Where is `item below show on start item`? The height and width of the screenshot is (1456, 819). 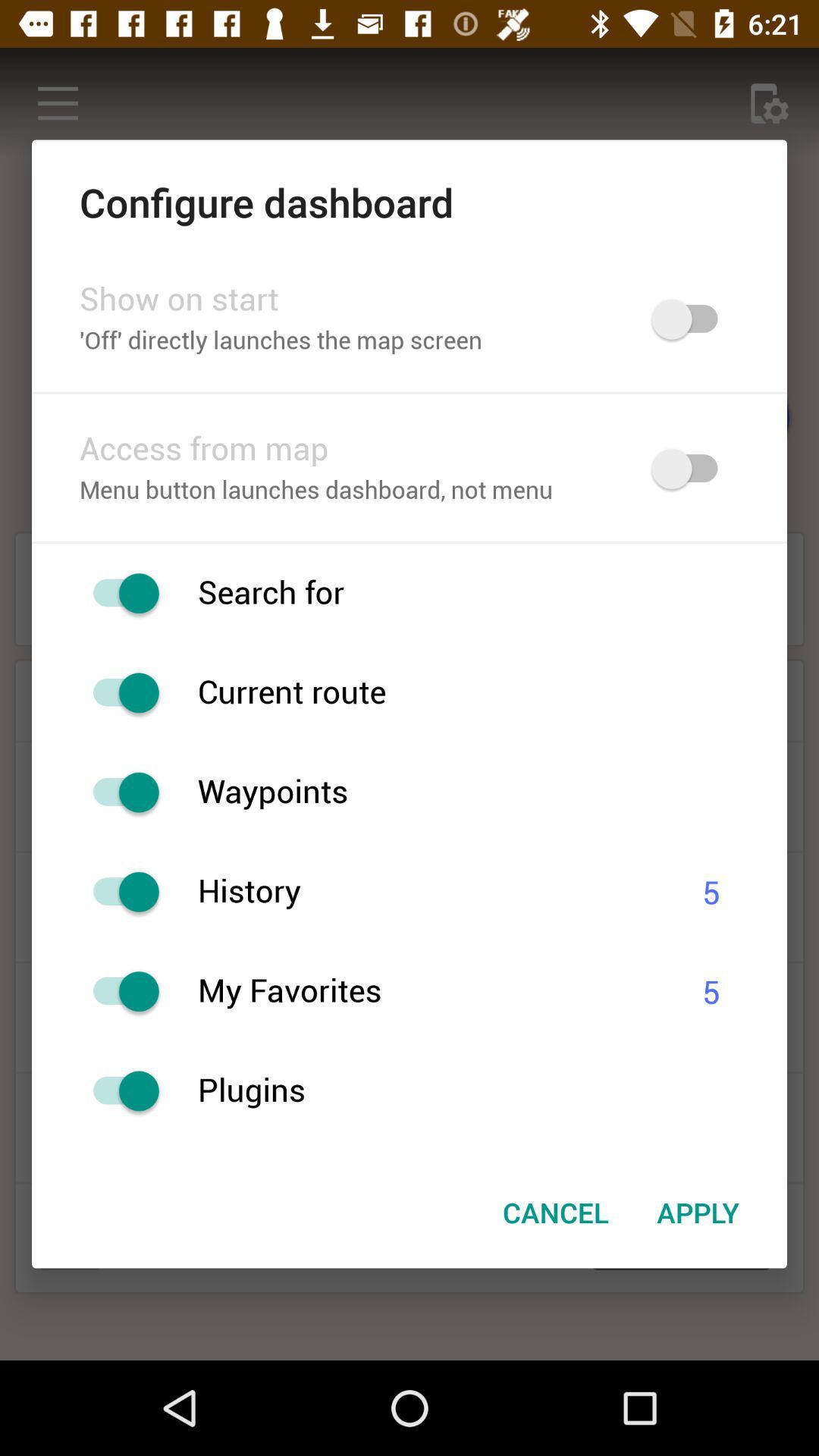
item below show on start item is located at coordinates (346, 340).